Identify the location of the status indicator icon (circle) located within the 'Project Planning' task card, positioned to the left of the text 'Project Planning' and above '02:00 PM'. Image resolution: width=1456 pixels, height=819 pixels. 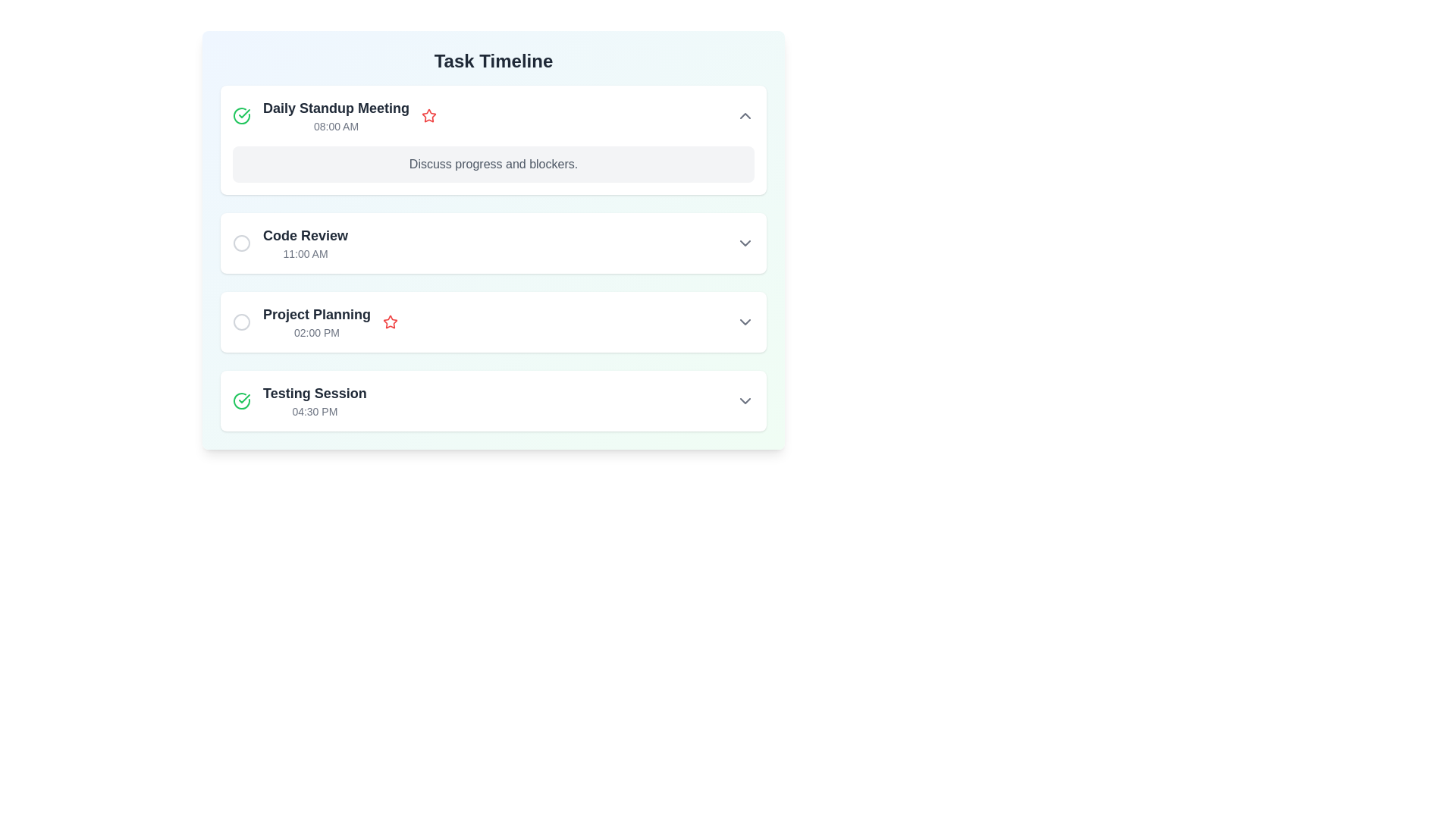
(240, 321).